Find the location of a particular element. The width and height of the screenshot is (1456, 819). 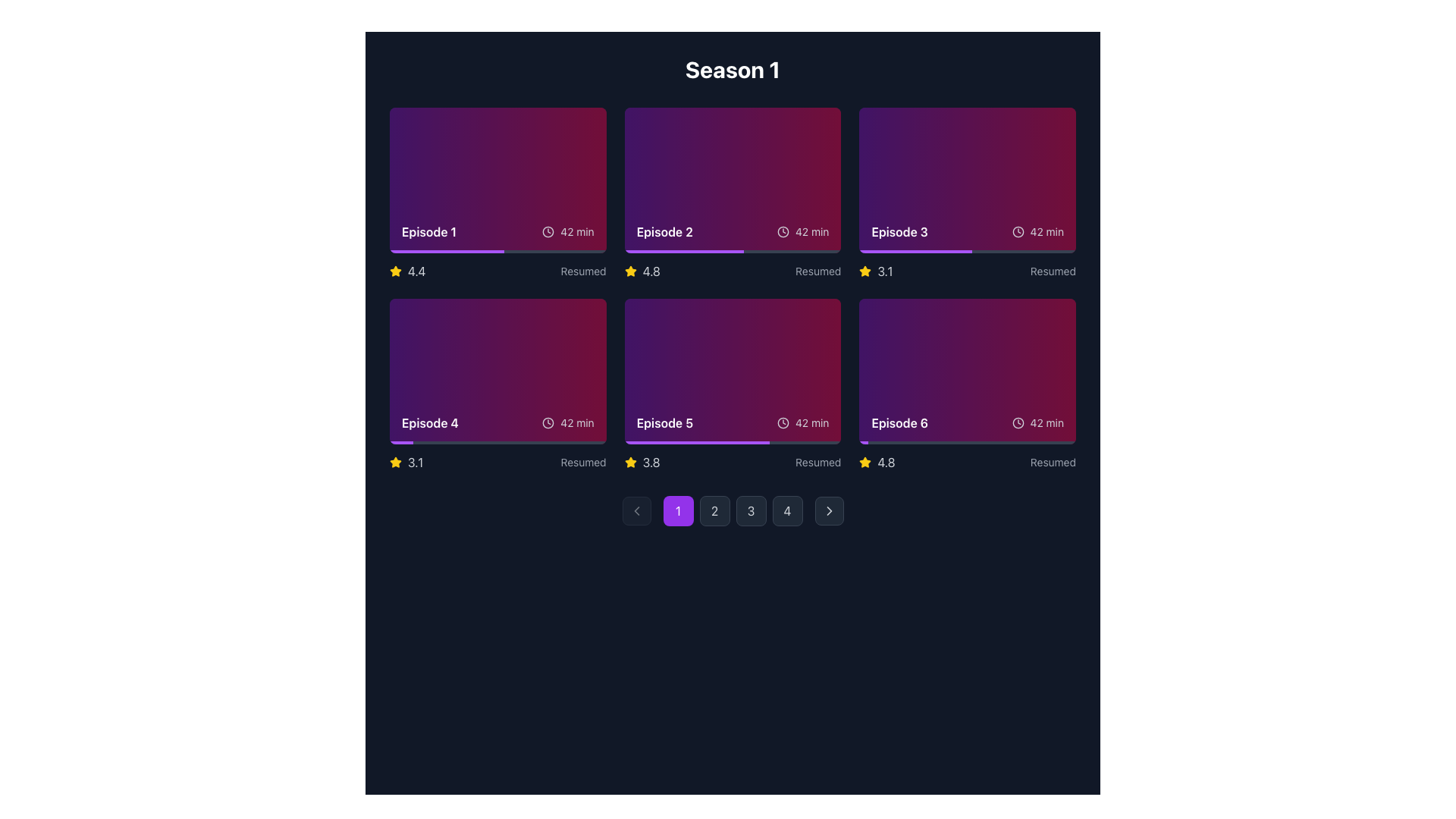

the filled yellow star icon located to the left of the numeric rating '3.1' beneath the card labeled 'Episode 3' in the second row, first column of the series season layout is located at coordinates (865, 271).